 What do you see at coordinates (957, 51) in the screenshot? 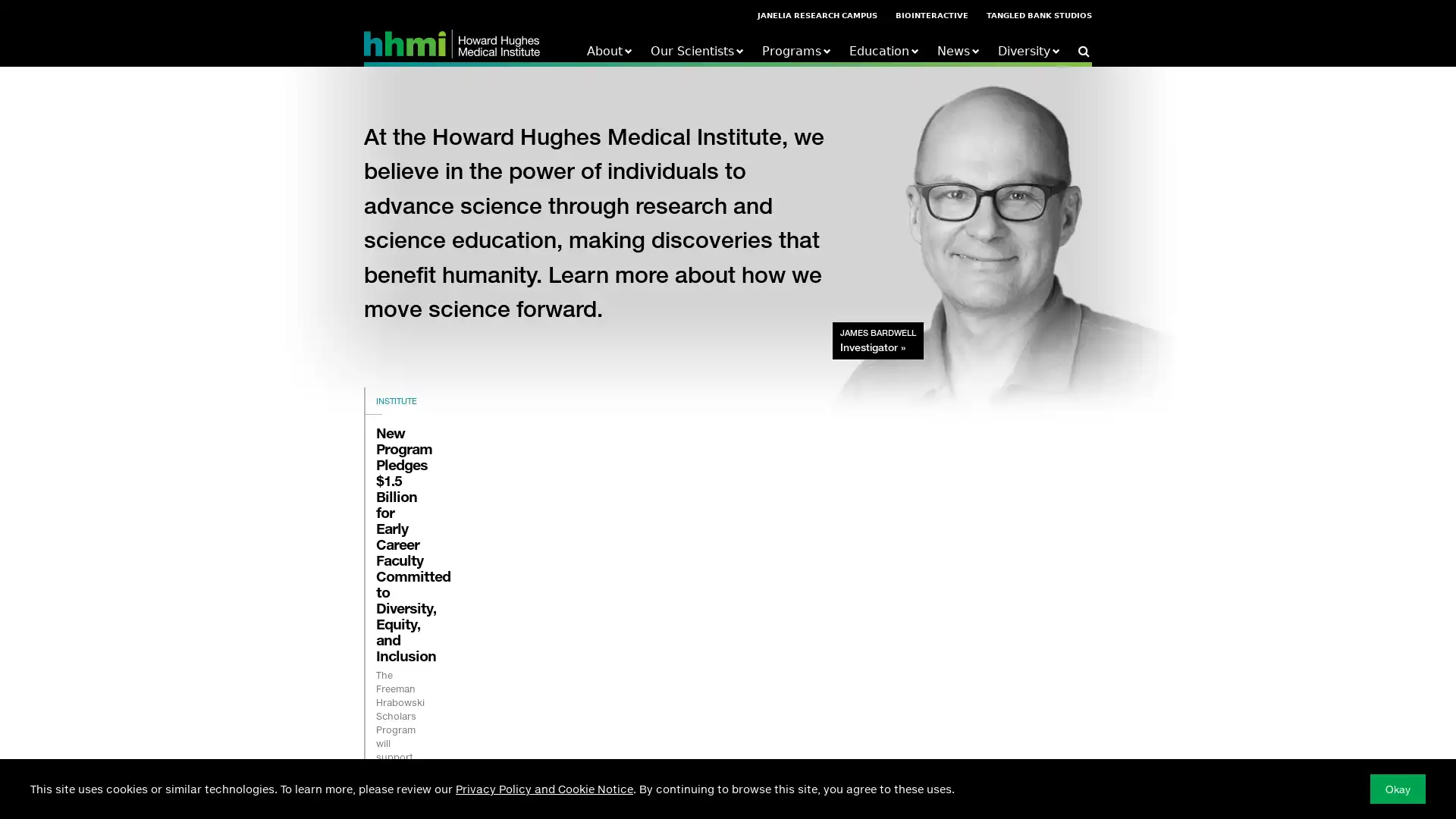
I see `News` at bounding box center [957, 51].